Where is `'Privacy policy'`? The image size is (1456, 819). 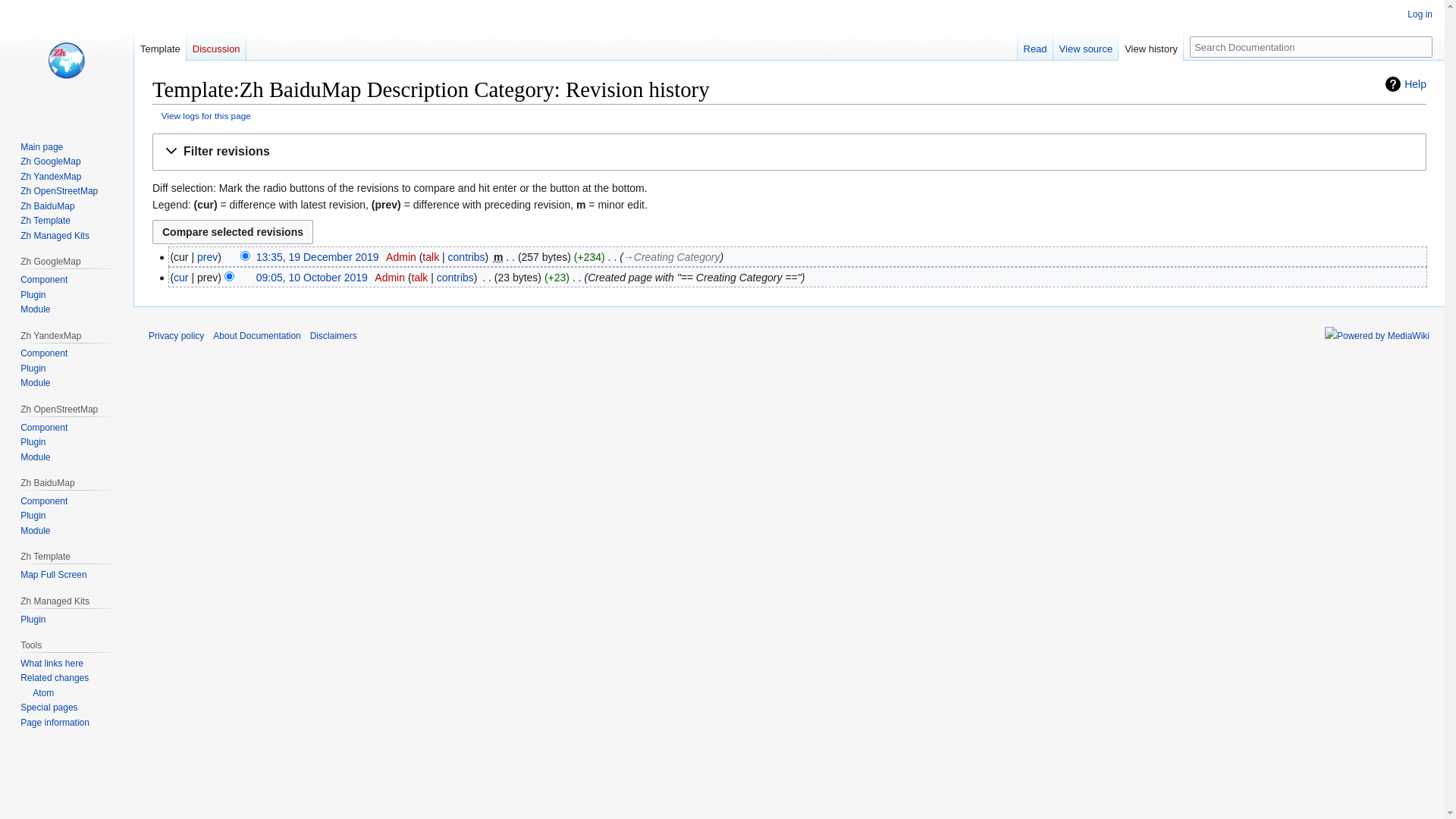 'Privacy policy' is located at coordinates (176, 335).